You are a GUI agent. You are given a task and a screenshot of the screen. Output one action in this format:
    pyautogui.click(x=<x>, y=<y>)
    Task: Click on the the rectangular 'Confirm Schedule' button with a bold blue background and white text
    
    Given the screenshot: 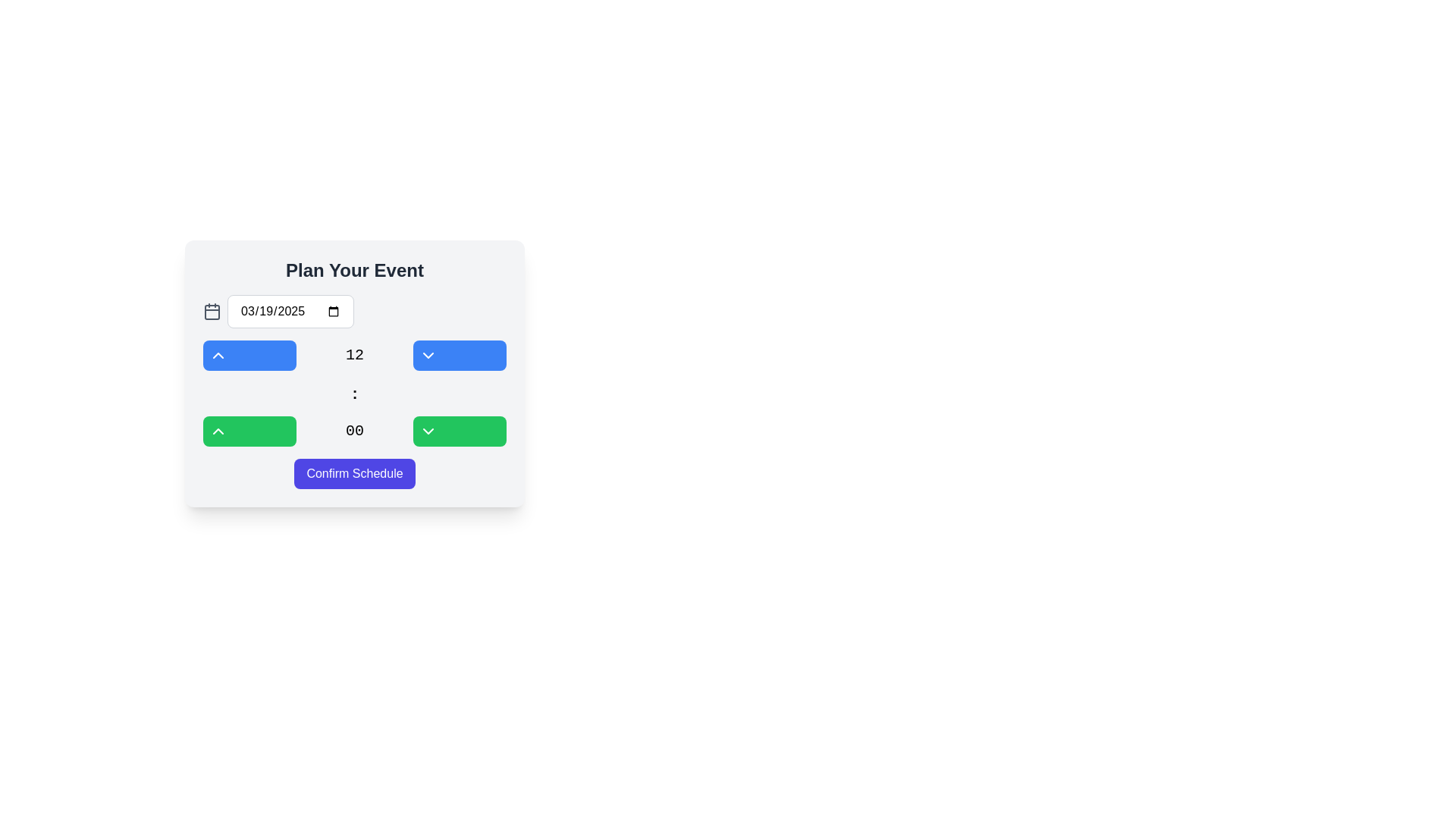 What is the action you would take?
    pyautogui.click(x=353, y=472)
    